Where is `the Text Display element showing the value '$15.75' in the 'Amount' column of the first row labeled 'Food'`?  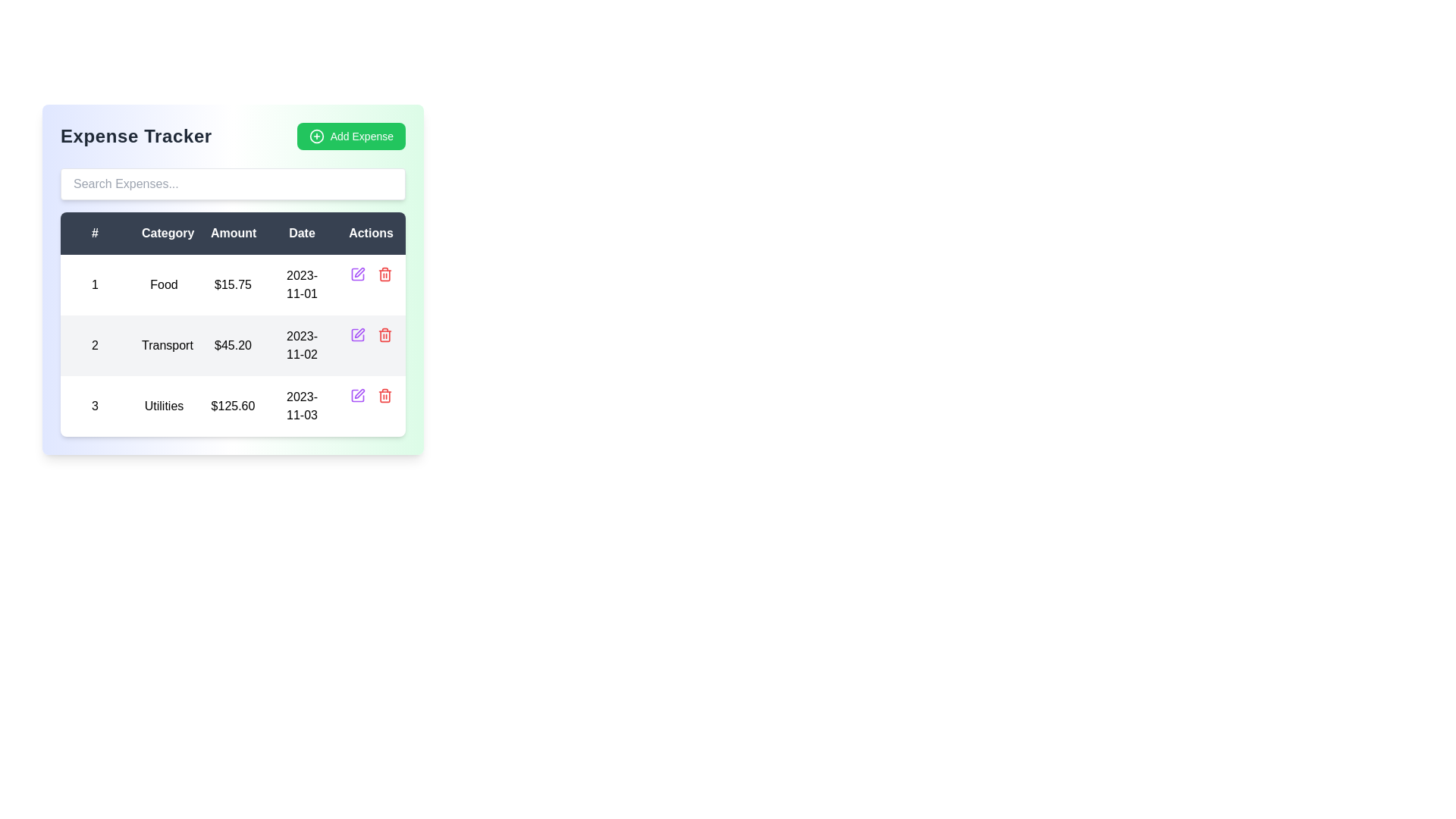 the Text Display element showing the value '$15.75' in the 'Amount' column of the first row labeled 'Food' is located at coordinates (232, 284).